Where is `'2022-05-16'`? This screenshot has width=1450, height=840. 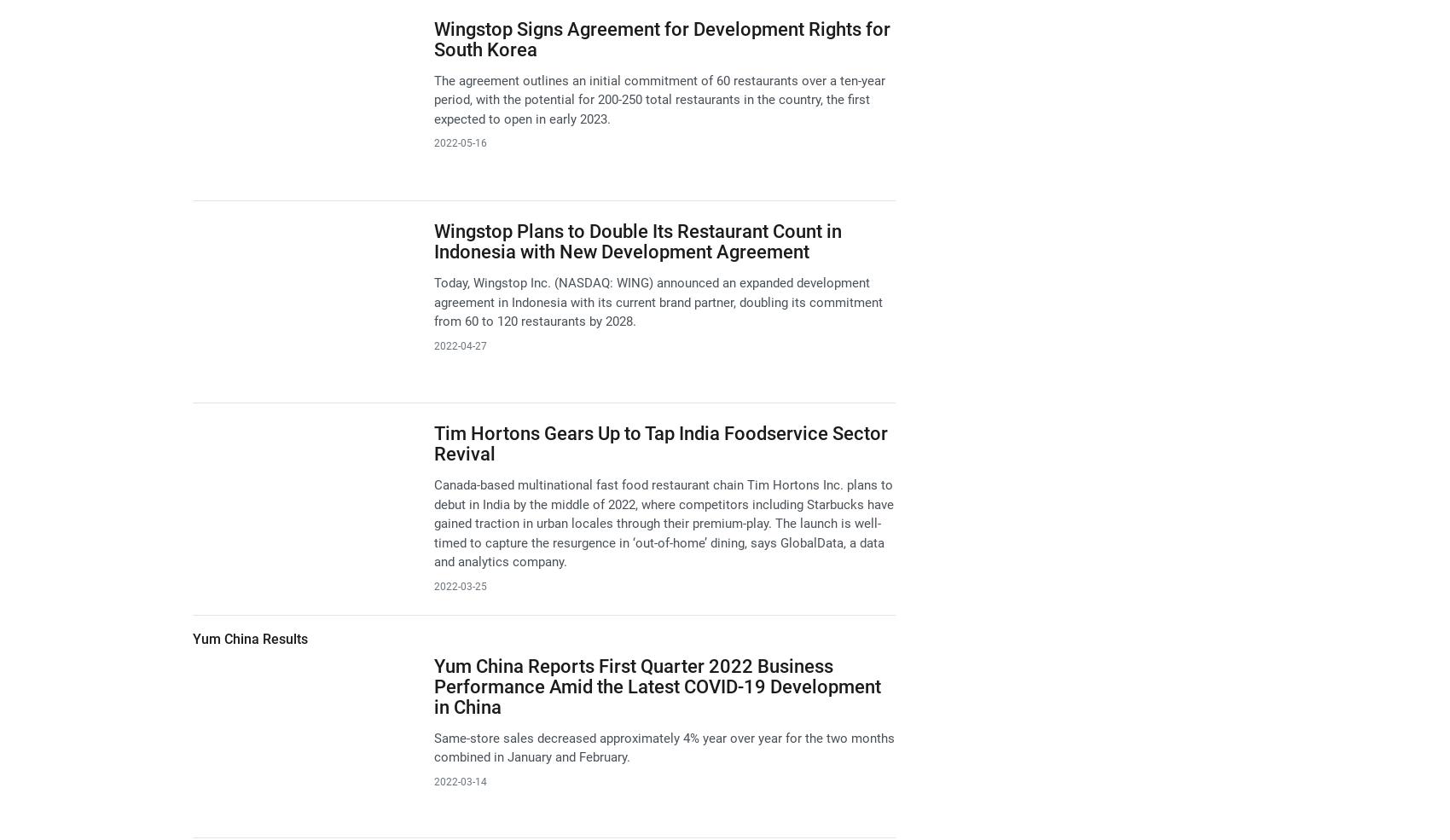 '2022-05-16' is located at coordinates (432, 143).